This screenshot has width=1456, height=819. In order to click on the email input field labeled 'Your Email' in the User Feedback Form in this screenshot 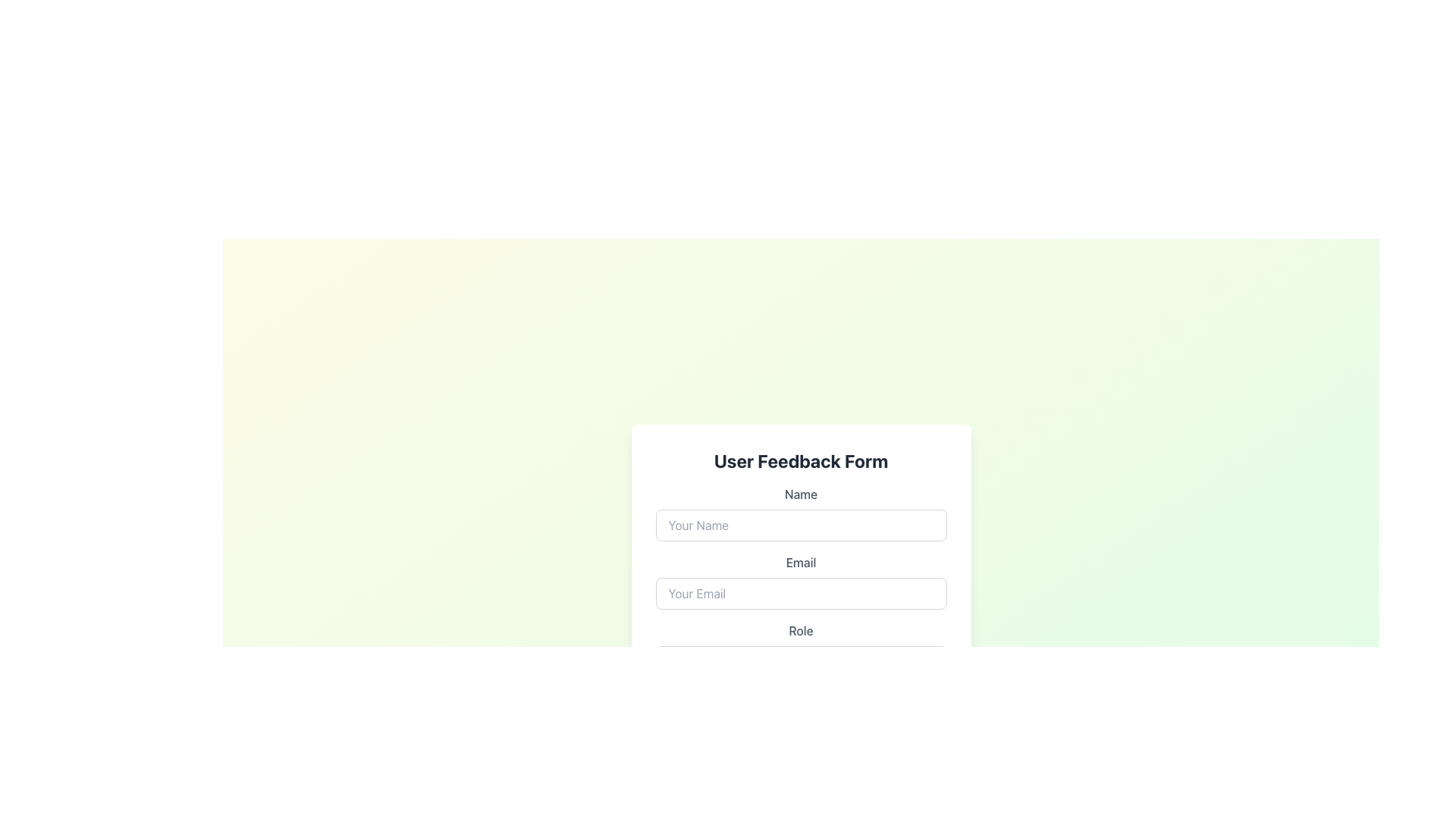, I will do `click(800, 581)`.